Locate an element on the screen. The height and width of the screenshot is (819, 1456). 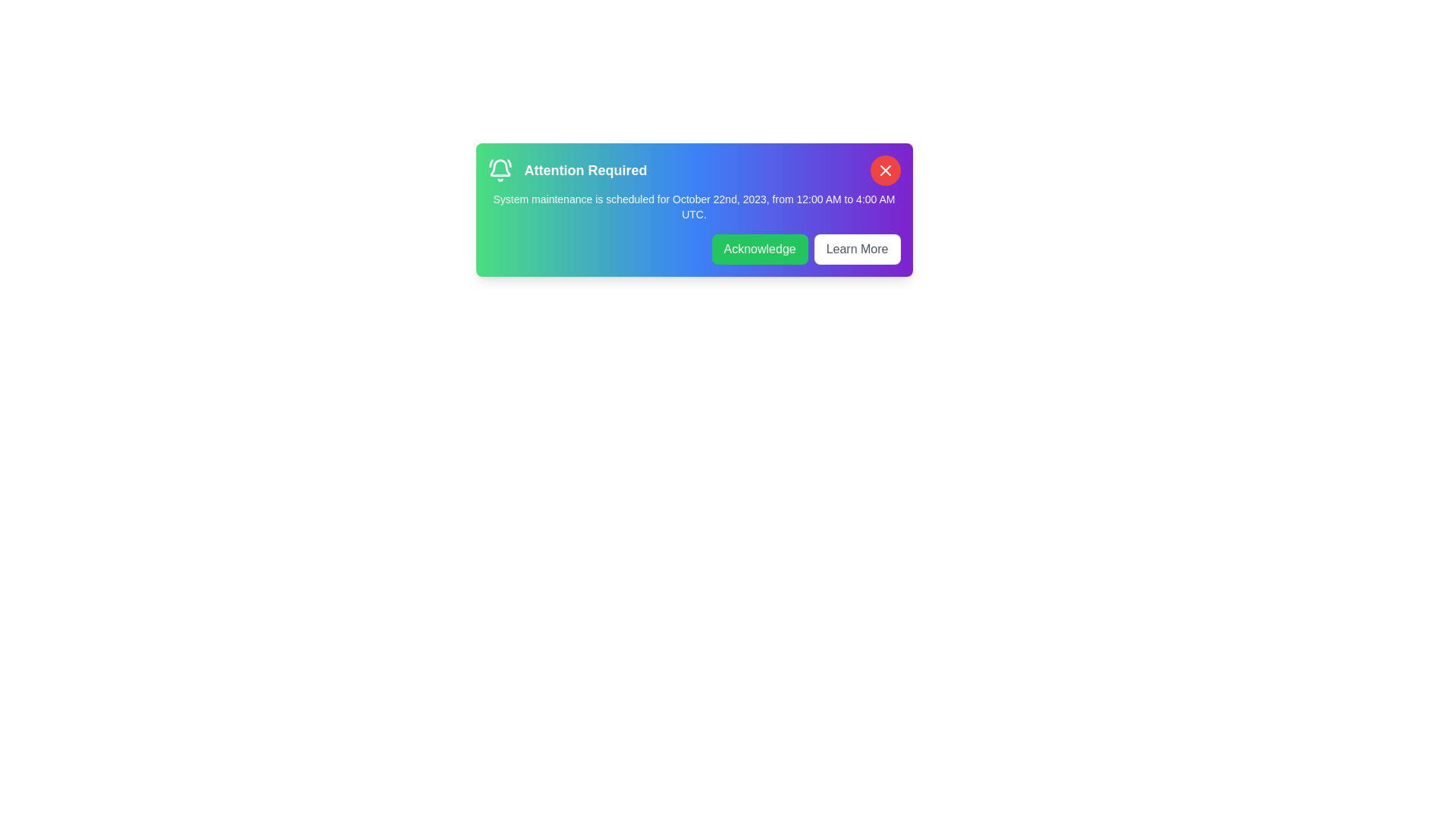
the 'Learn More' button is located at coordinates (857, 248).